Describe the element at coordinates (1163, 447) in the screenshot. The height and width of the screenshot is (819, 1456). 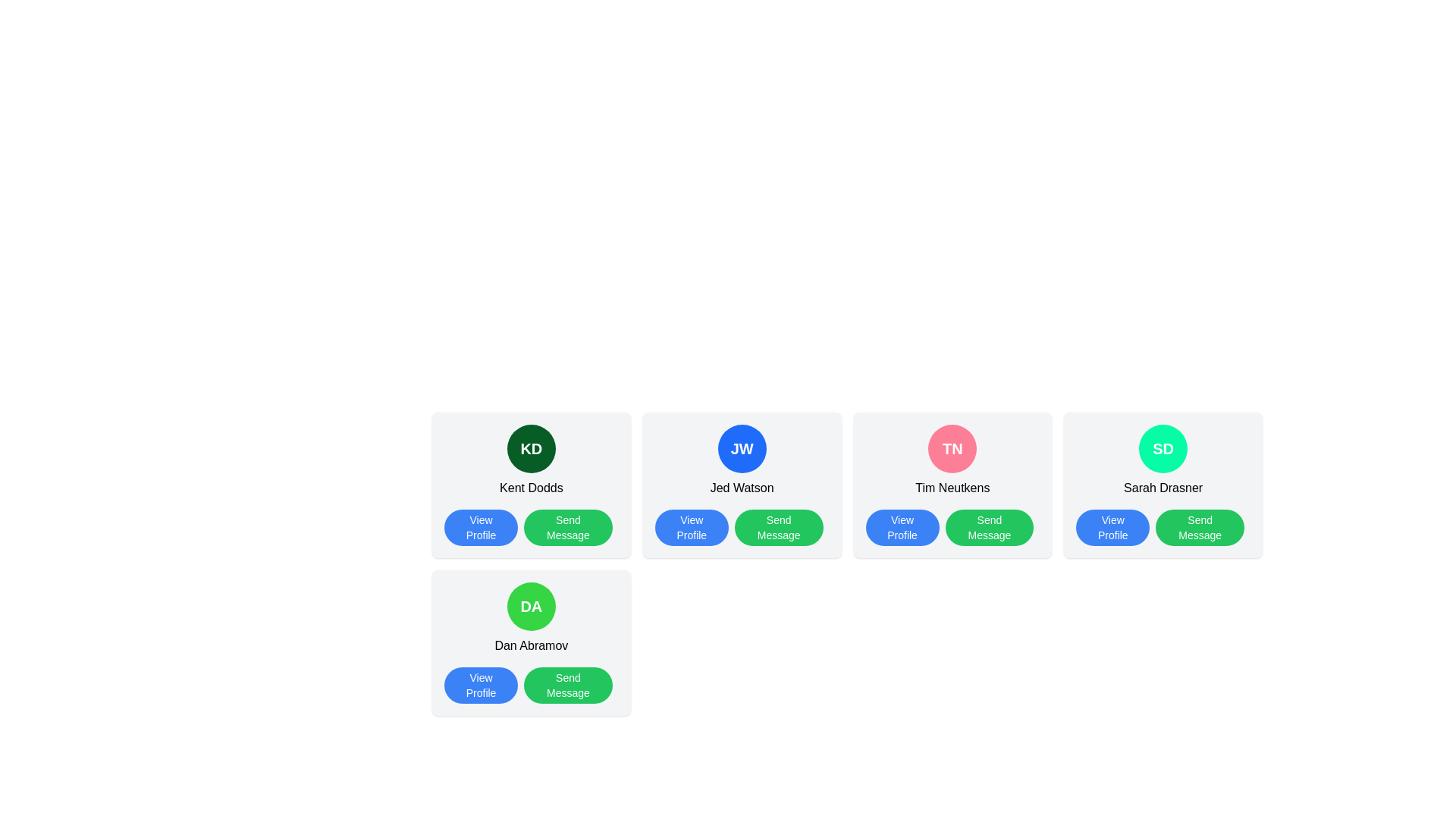
I see `the user avatar icon representing the initials of the user, located at the top center of the rounded white card above the name 'Sarah Drasner'` at that location.